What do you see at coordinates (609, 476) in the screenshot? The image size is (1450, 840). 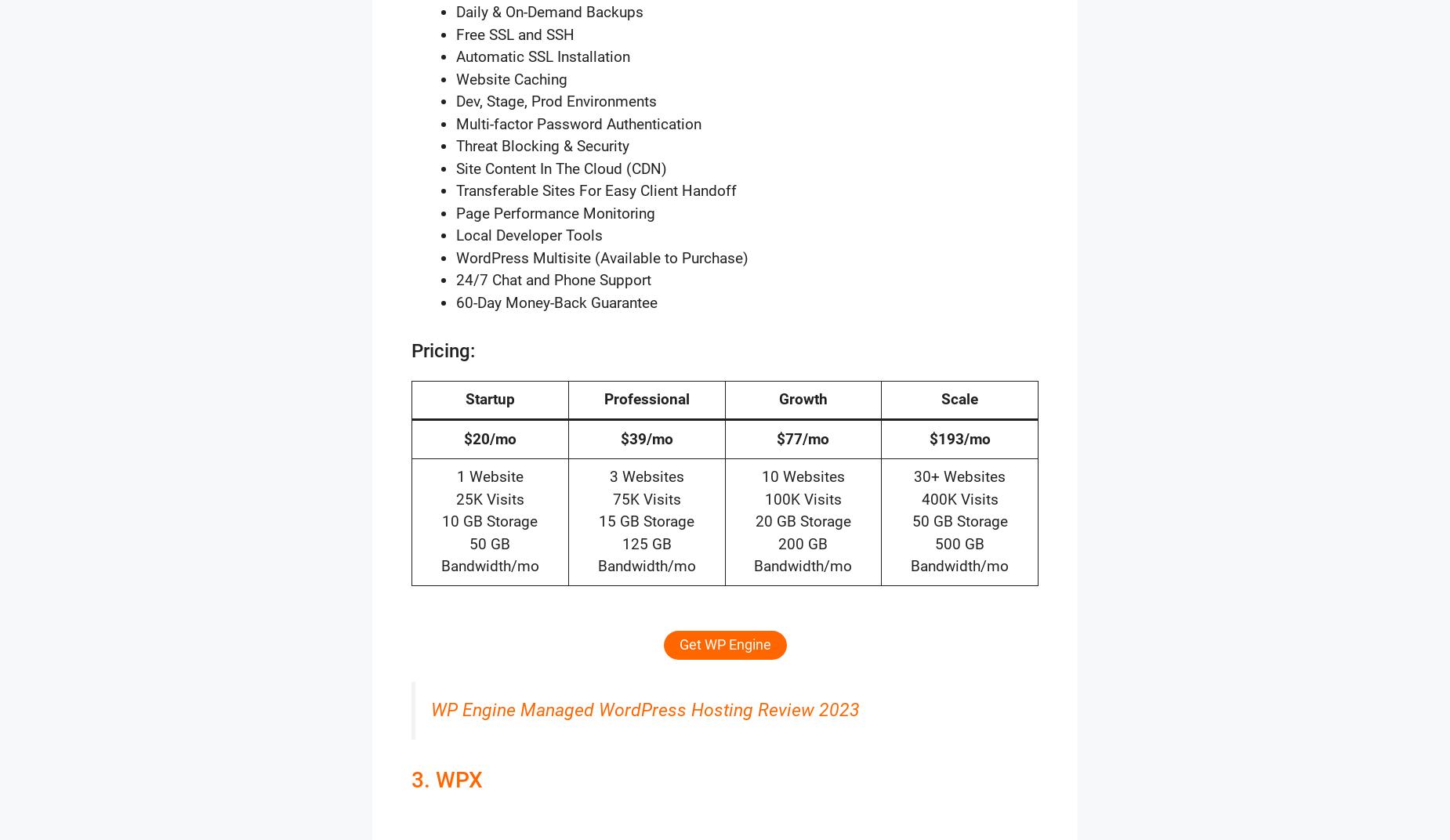 I see `'3 Websites'` at bounding box center [609, 476].